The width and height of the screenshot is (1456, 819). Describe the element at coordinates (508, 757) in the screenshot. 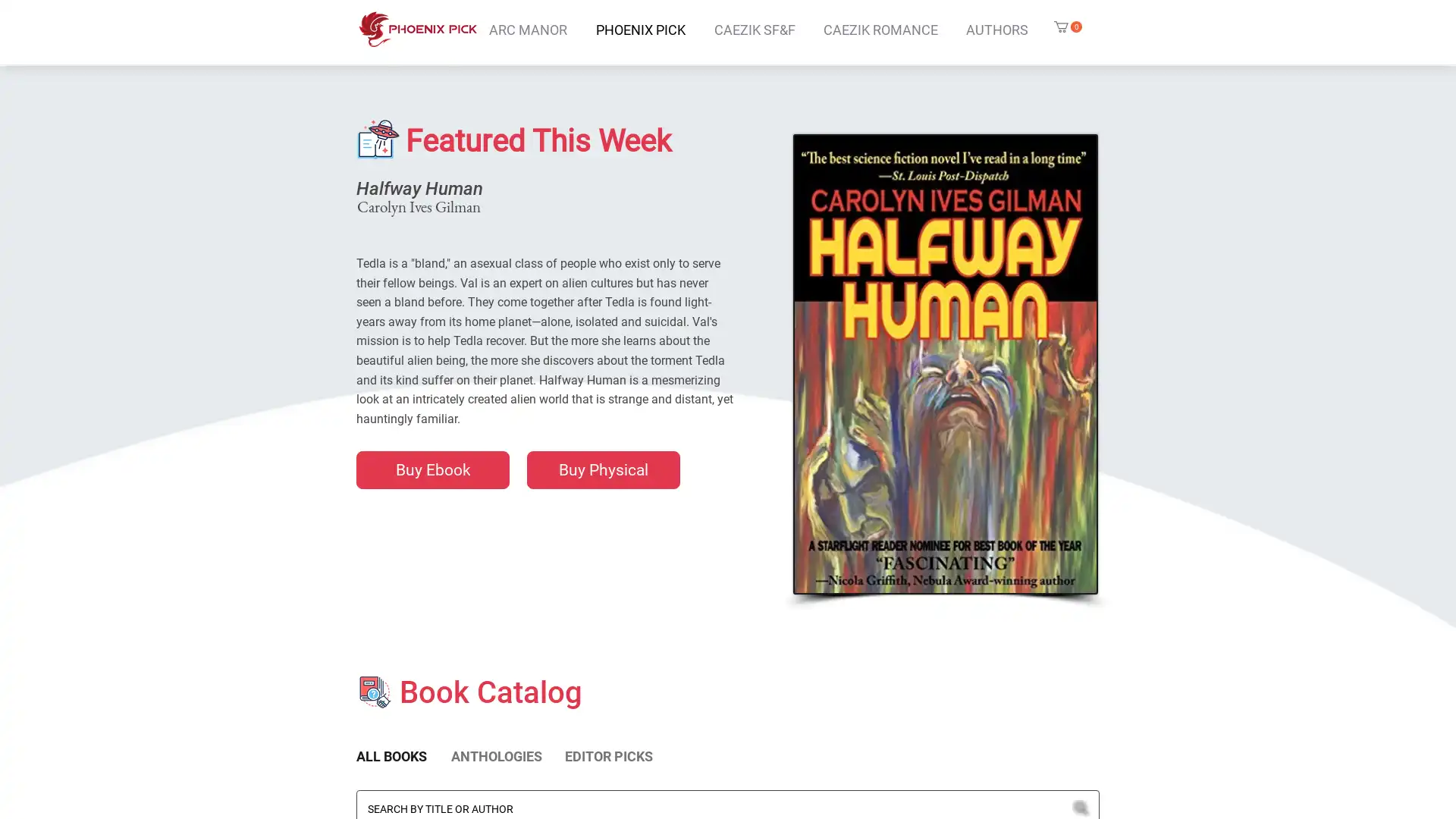

I see `ANTHOLOGIES` at that location.